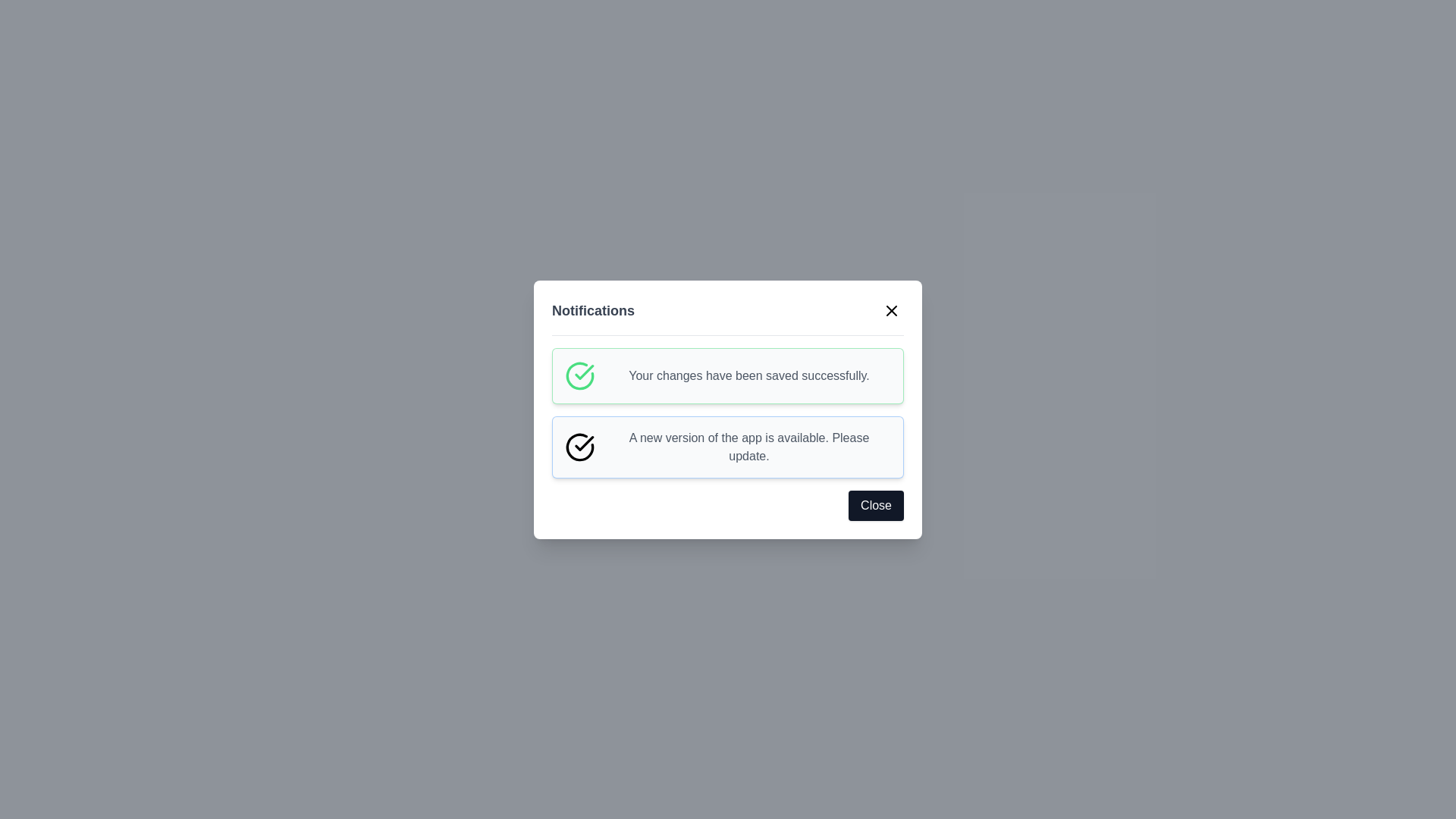  Describe the element at coordinates (892, 309) in the screenshot. I see `the circular icon button with an 'X' shape in black line art located at the far-right of the header section of the modal dialog, next to 'Notifications', to apply a hover effect` at that location.